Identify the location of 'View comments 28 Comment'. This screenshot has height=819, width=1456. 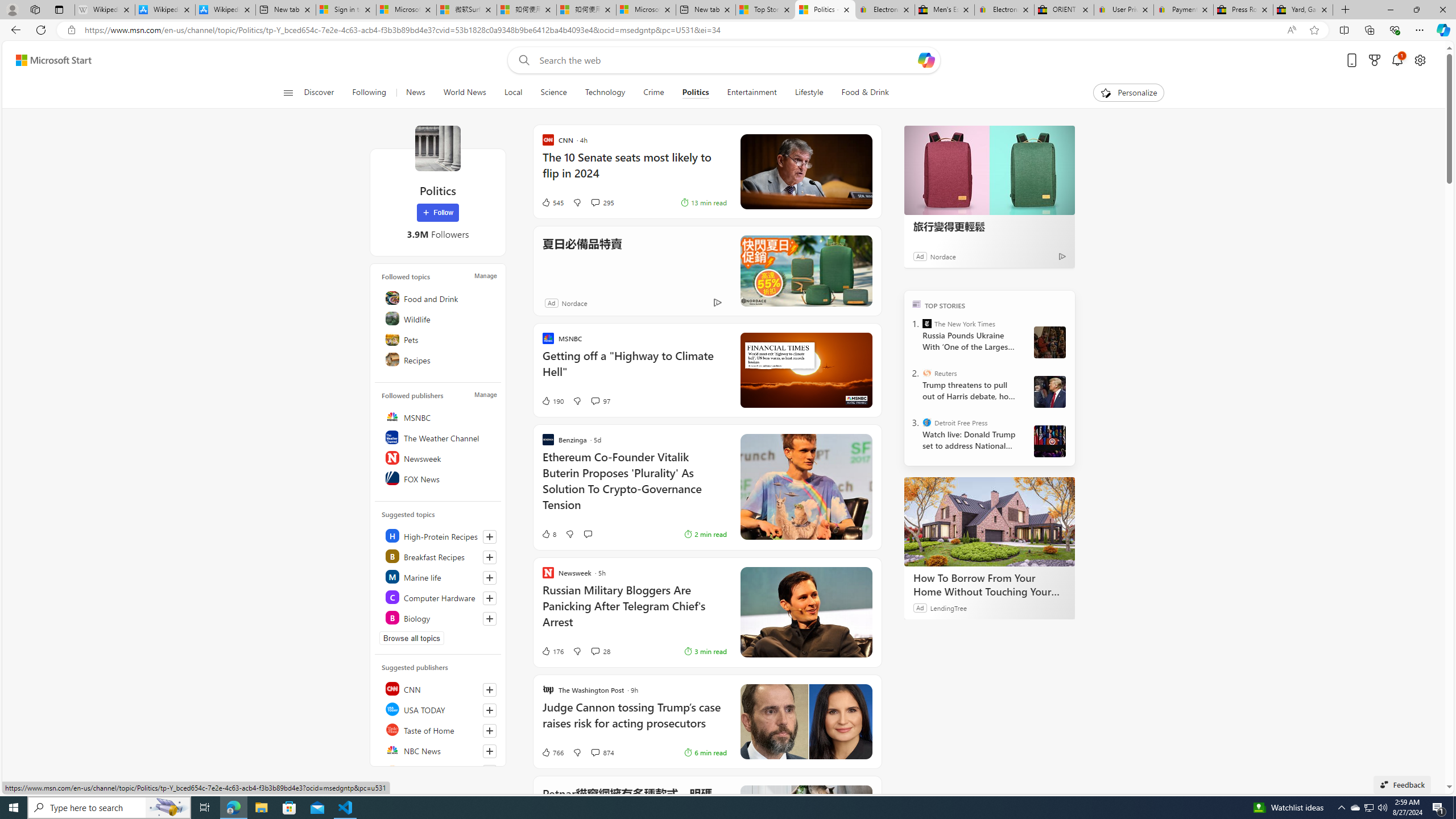
(599, 651).